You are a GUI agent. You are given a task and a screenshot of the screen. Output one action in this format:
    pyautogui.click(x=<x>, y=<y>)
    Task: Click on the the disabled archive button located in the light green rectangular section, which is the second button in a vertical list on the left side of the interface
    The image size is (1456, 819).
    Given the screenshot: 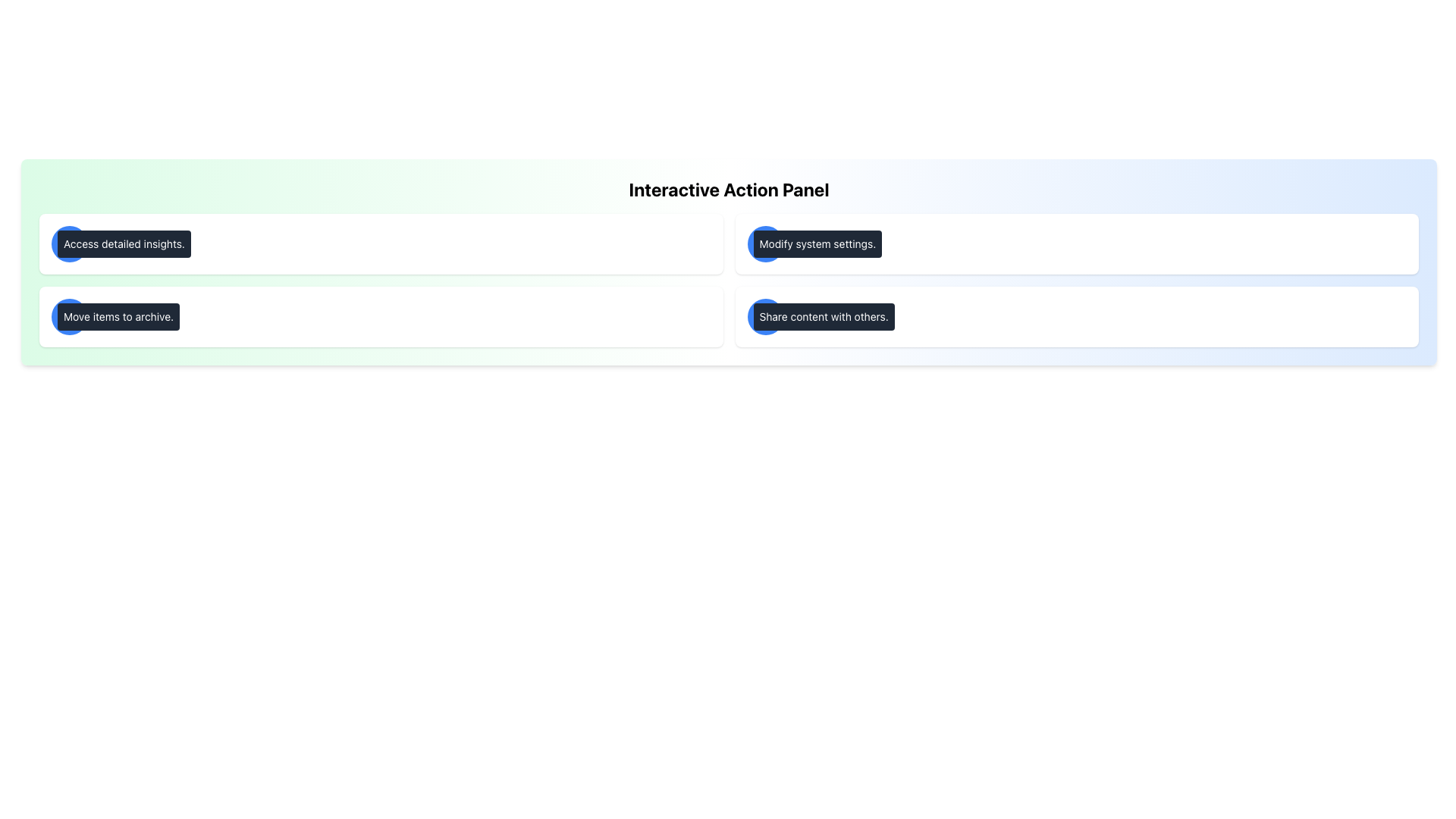 What is the action you would take?
    pyautogui.click(x=118, y=315)
    